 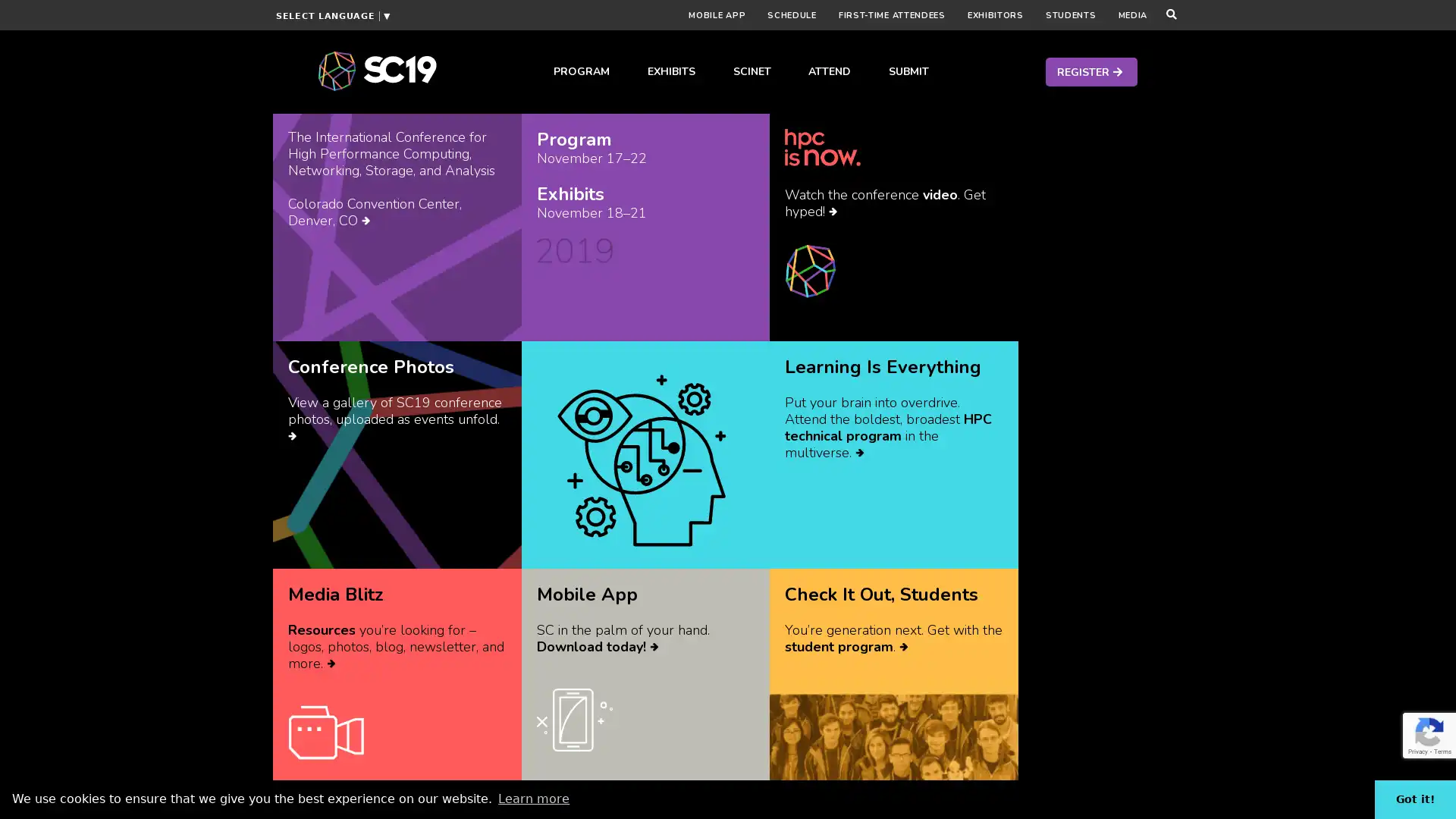 I want to click on learn more about cookies, so click(x=534, y=798).